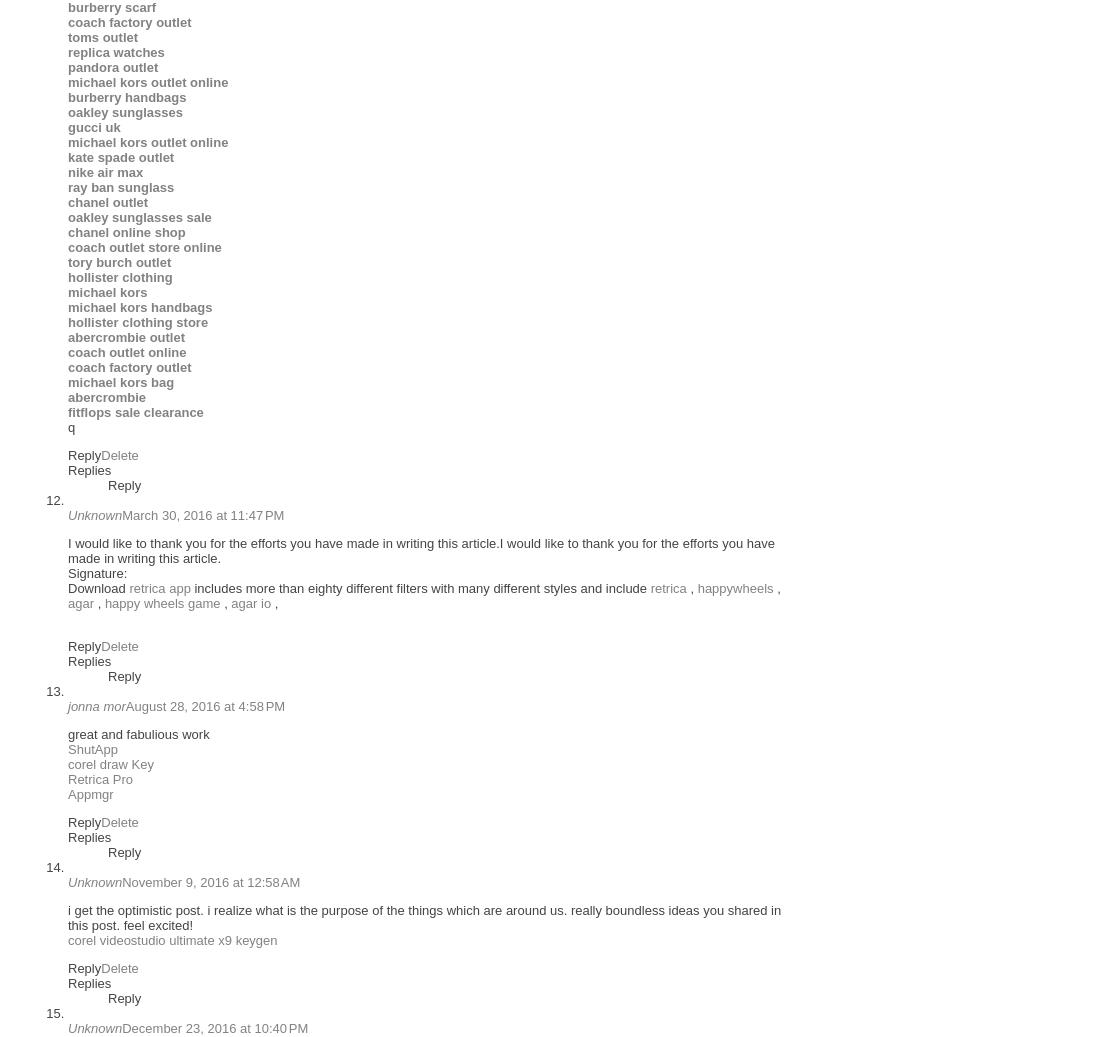  I want to click on 'Download', so click(98, 588).